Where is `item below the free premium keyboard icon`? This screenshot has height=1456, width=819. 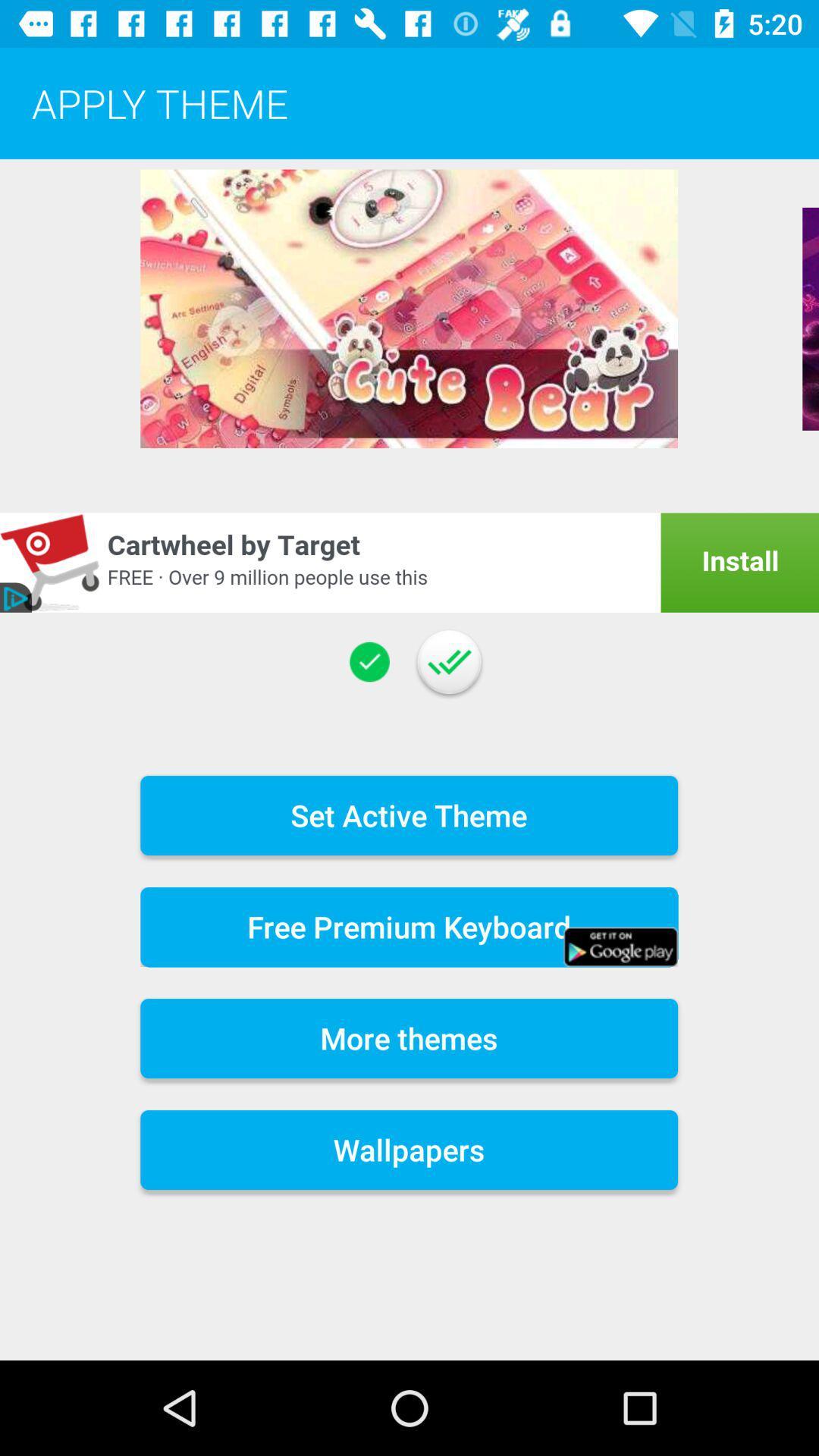 item below the free premium keyboard icon is located at coordinates (408, 1037).